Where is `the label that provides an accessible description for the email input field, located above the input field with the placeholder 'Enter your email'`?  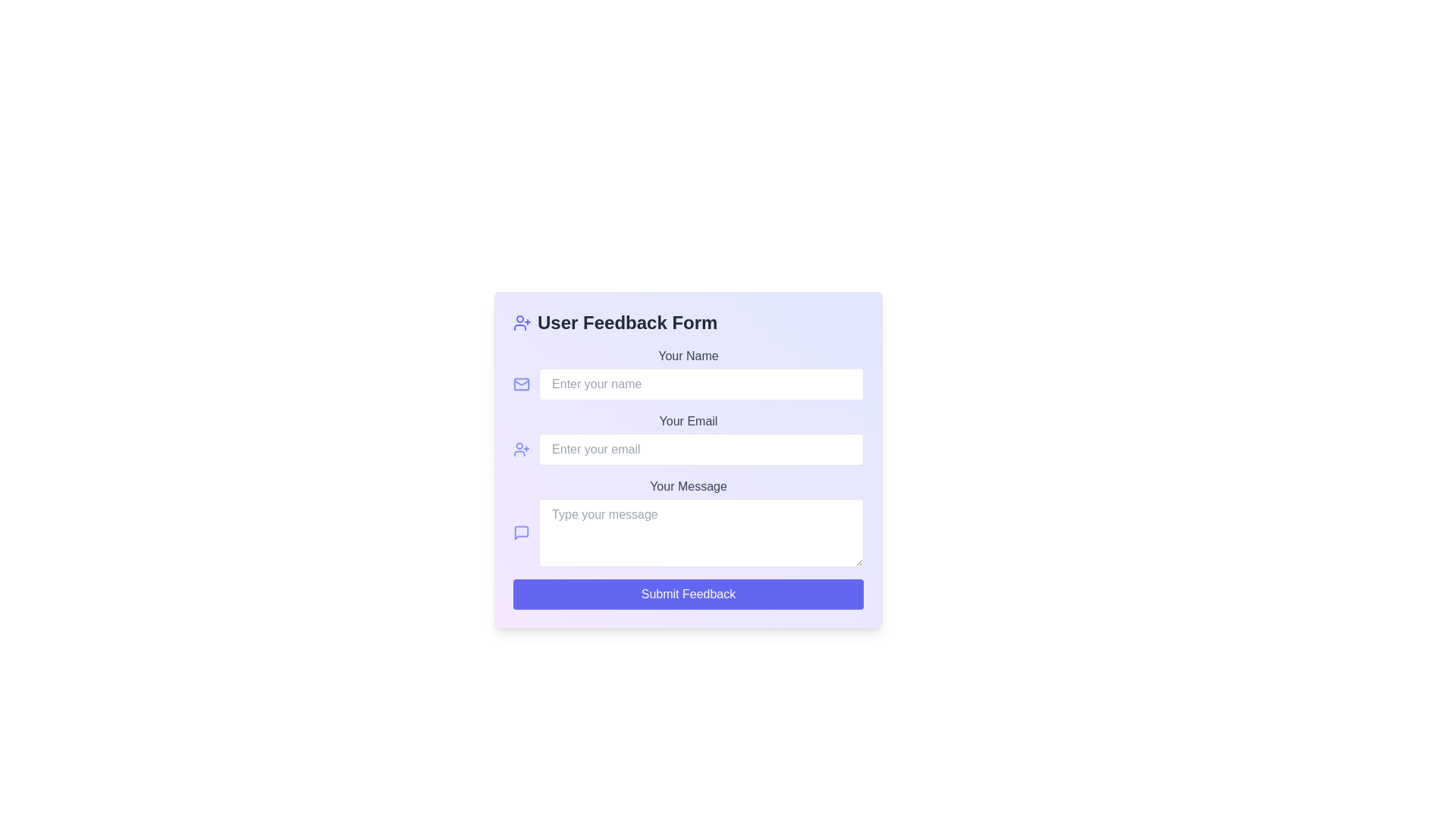 the label that provides an accessible description for the email input field, located above the input field with the placeholder 'Enter your email' is located at coordinates (687, 421).